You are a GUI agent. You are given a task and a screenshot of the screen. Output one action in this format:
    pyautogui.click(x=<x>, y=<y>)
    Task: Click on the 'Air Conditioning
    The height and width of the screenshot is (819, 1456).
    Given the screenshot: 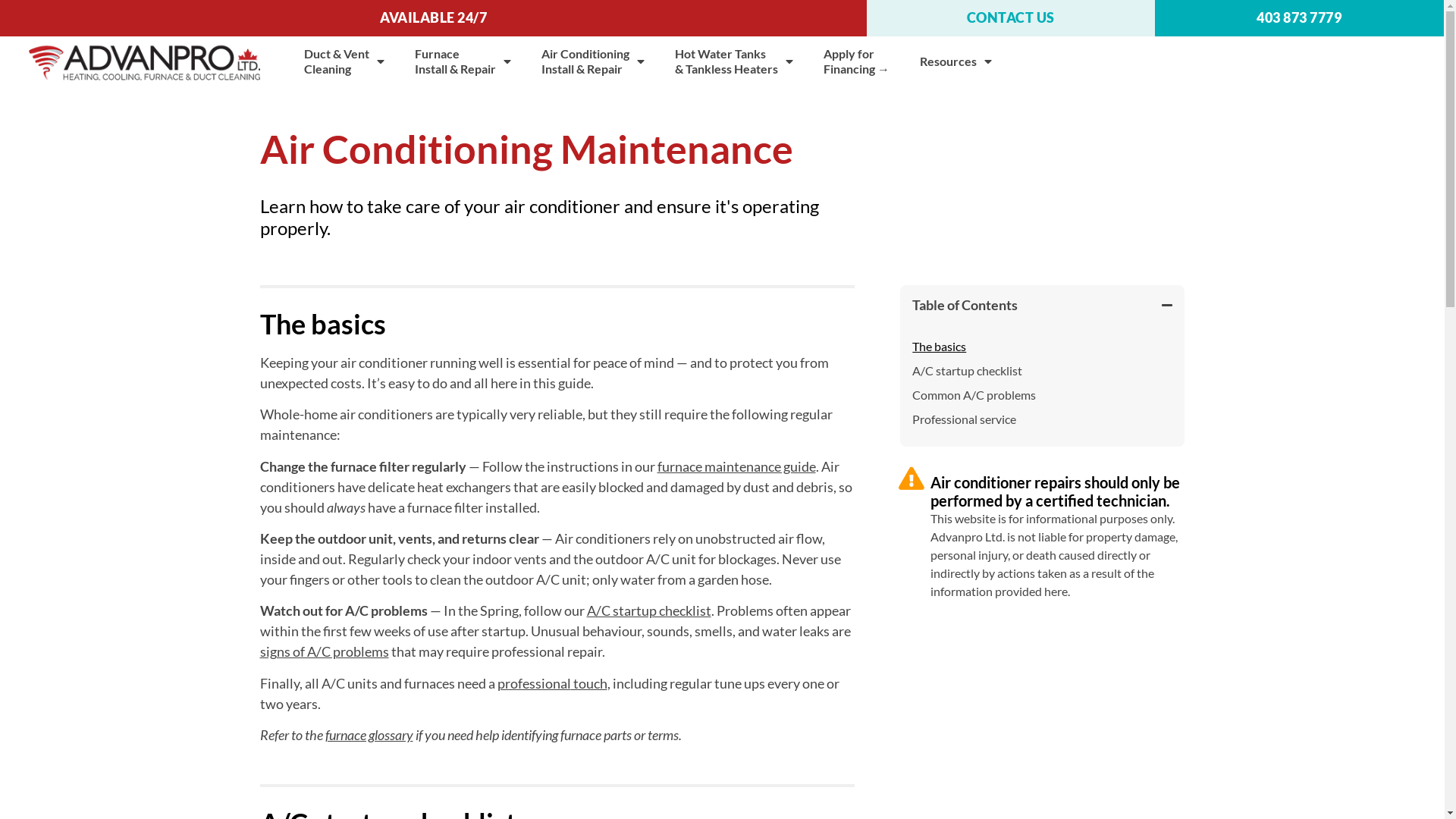 What is the action you would take?
    pyautogui.click(x=592, y=61)
    